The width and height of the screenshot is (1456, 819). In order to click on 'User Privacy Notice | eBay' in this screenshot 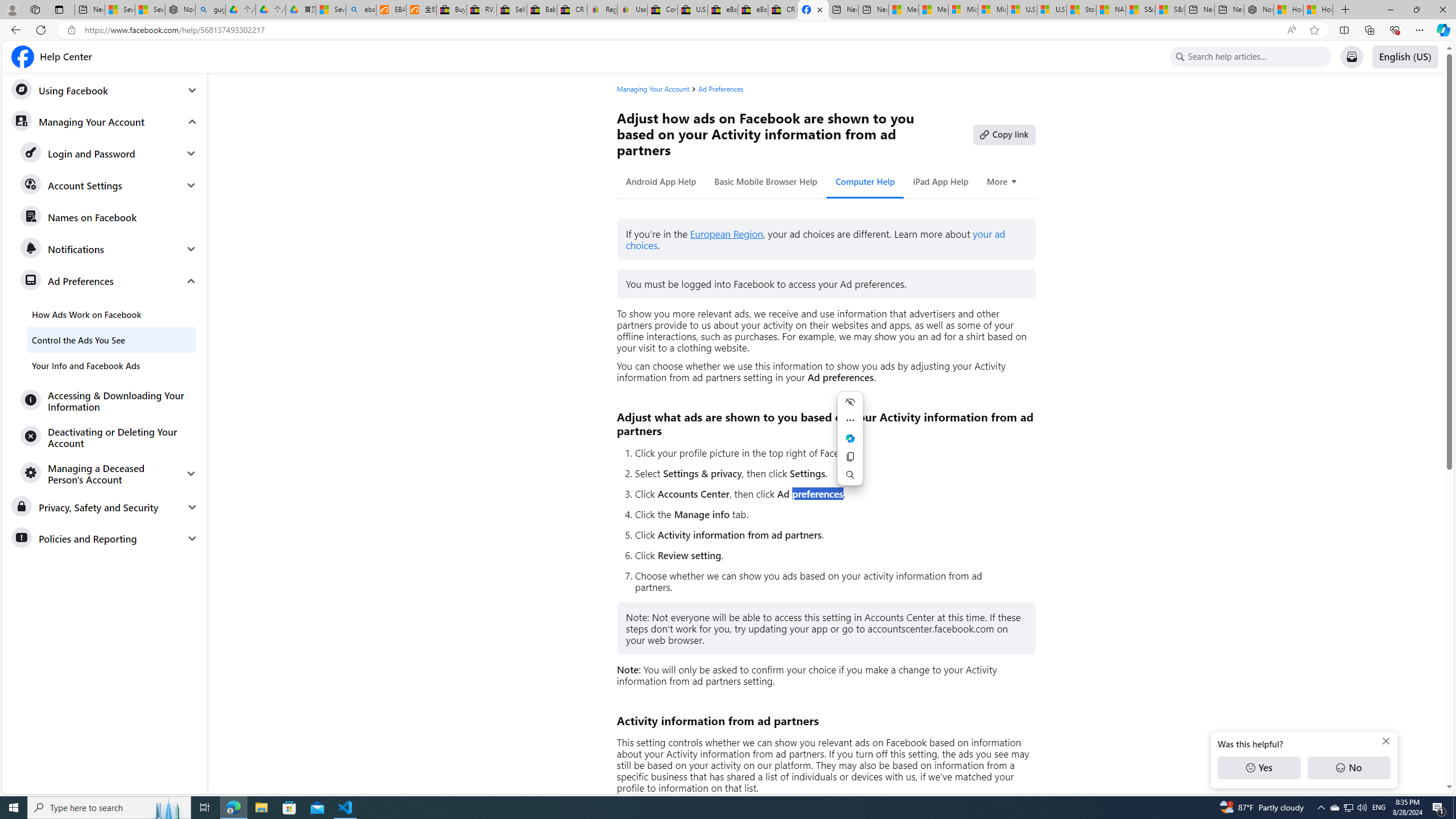, I will do `click(632, 9)`.